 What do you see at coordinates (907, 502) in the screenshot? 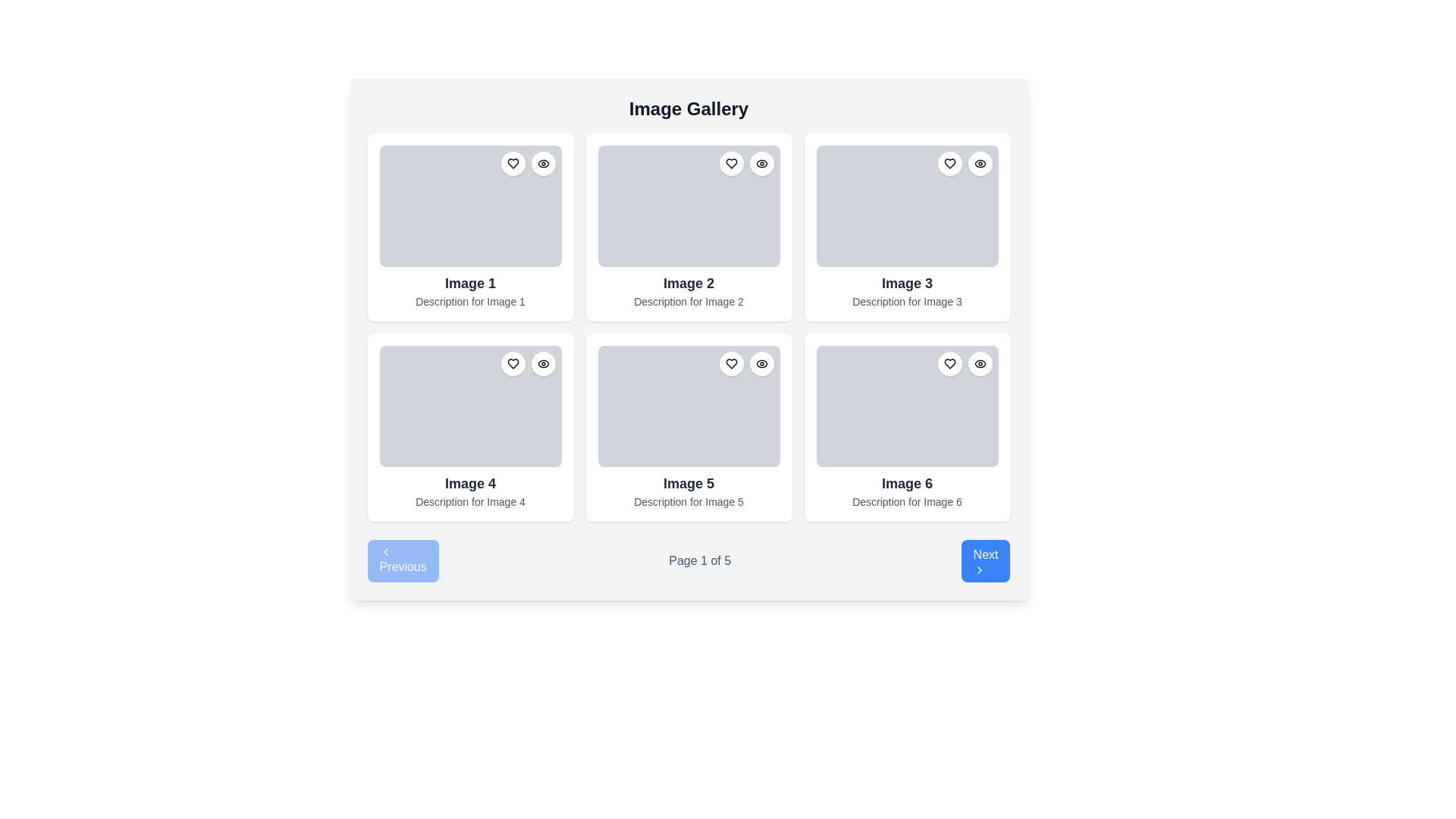
I see `the text label that reads 'Description for Image 6', which is displayed in gray font and located directly below the image labeled 'Image 6' within the sixth content card` at bounding box center [907, 502].